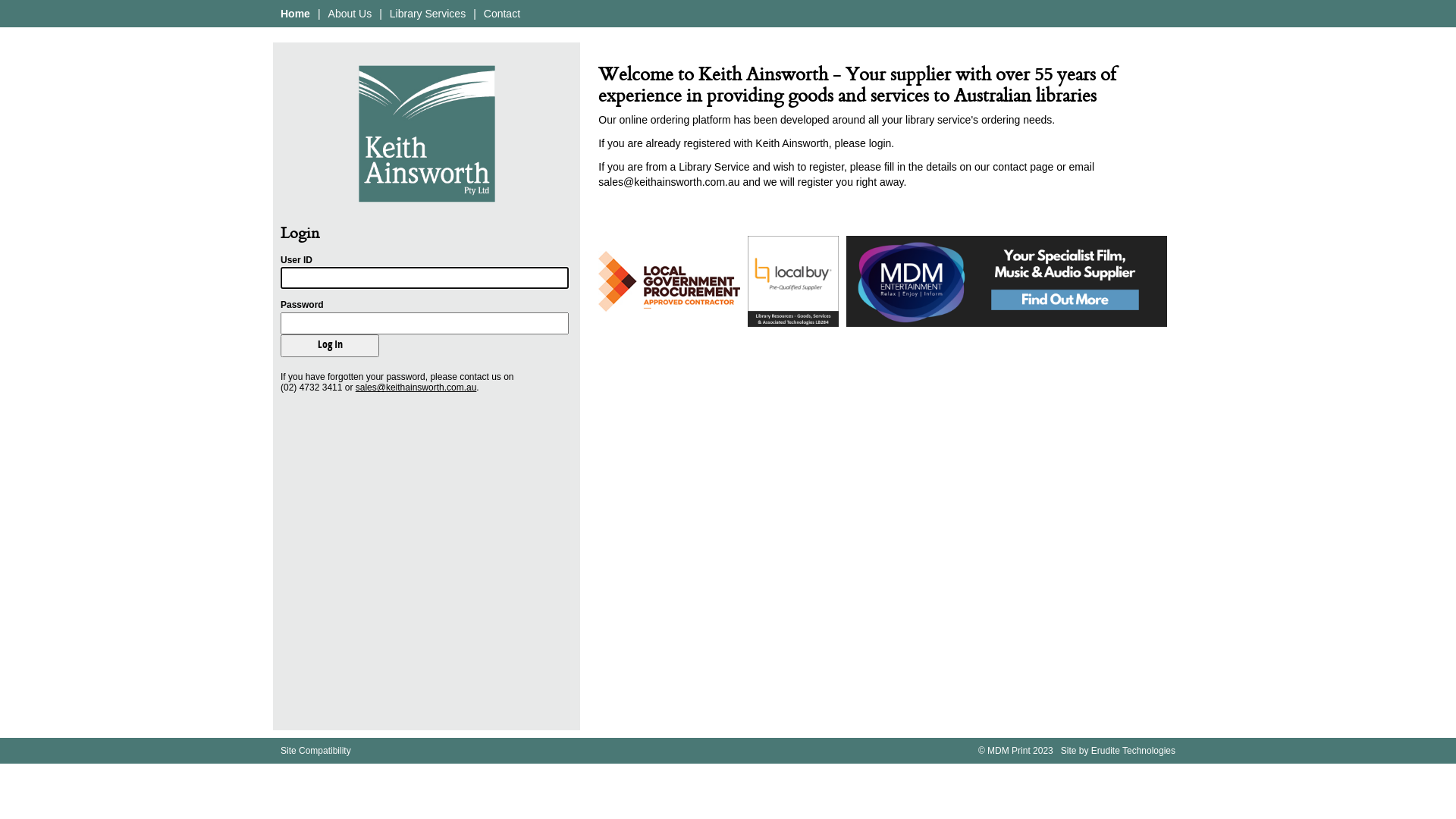  I want to click on 'Library Services', so click(426, 14).